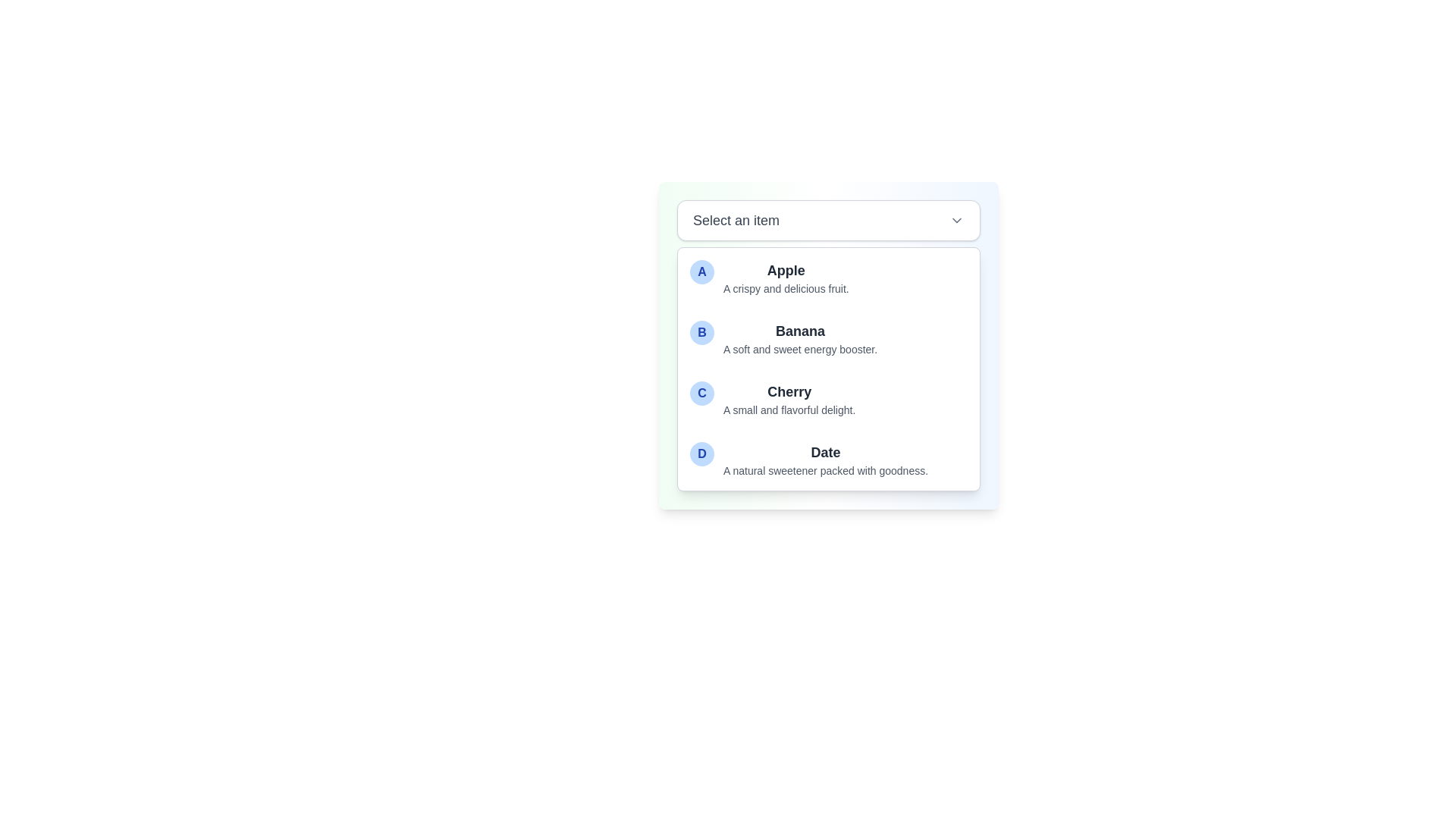 This screenshot has height=819, width=1456. What do you see at coordinates (825, 452) in the screenshot?
I see `the bold 'Date' text label, which is prominently displayed in dark gray above the description in the dropdown menu` at bounding box center [825, 452].